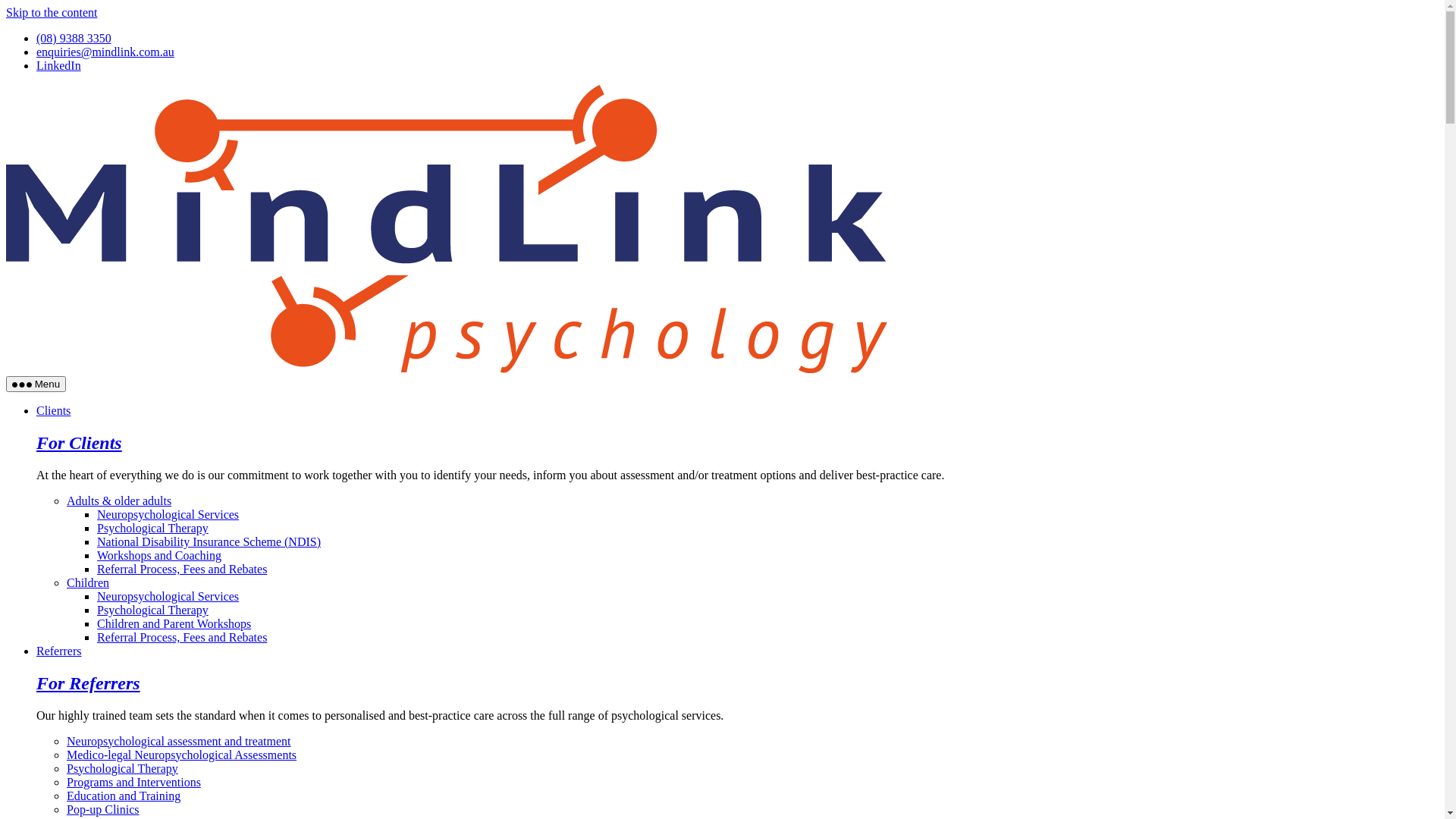  What do you see at coordinates (133, 782) in the screenshot?
I see `'Programs and Interventions'` at bounding box center [133, 782].